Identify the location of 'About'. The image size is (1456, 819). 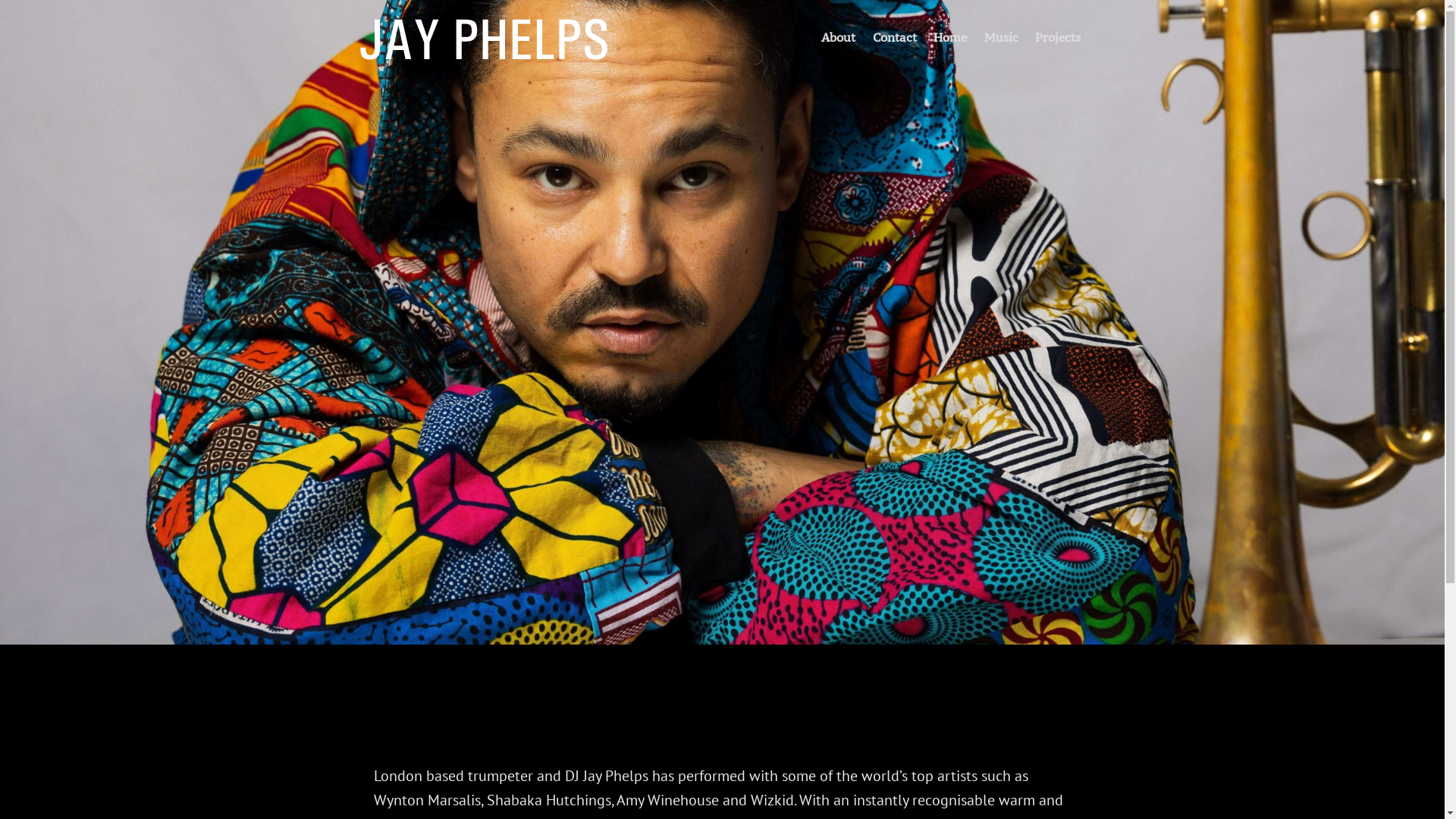
(837, 35).